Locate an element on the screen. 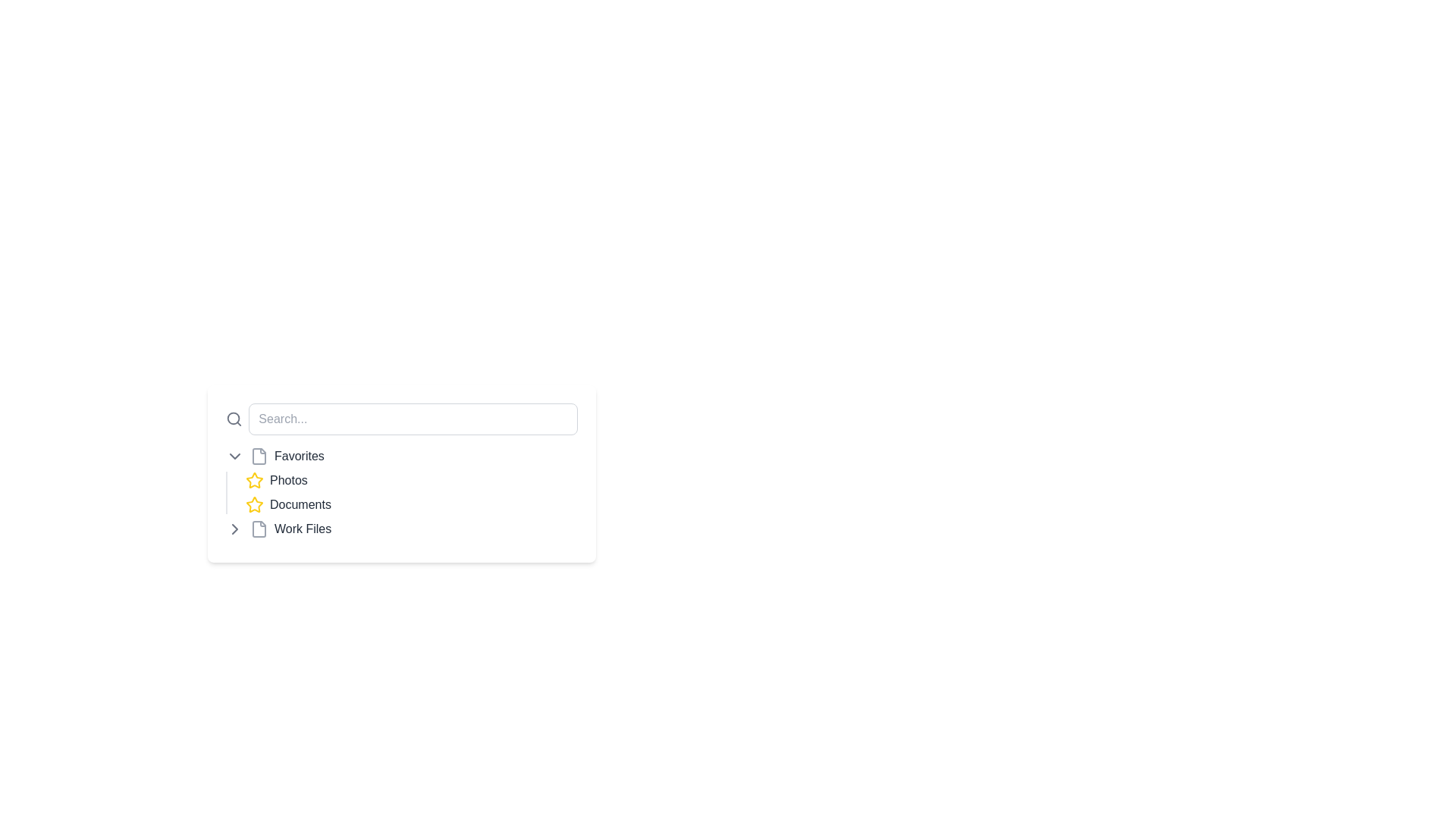 The width and height of the screenshot is (1456, 819). the file icon that resembles a common document with a folded corner, located next to the 'Work Files' label is located at coordinates (259, 529).